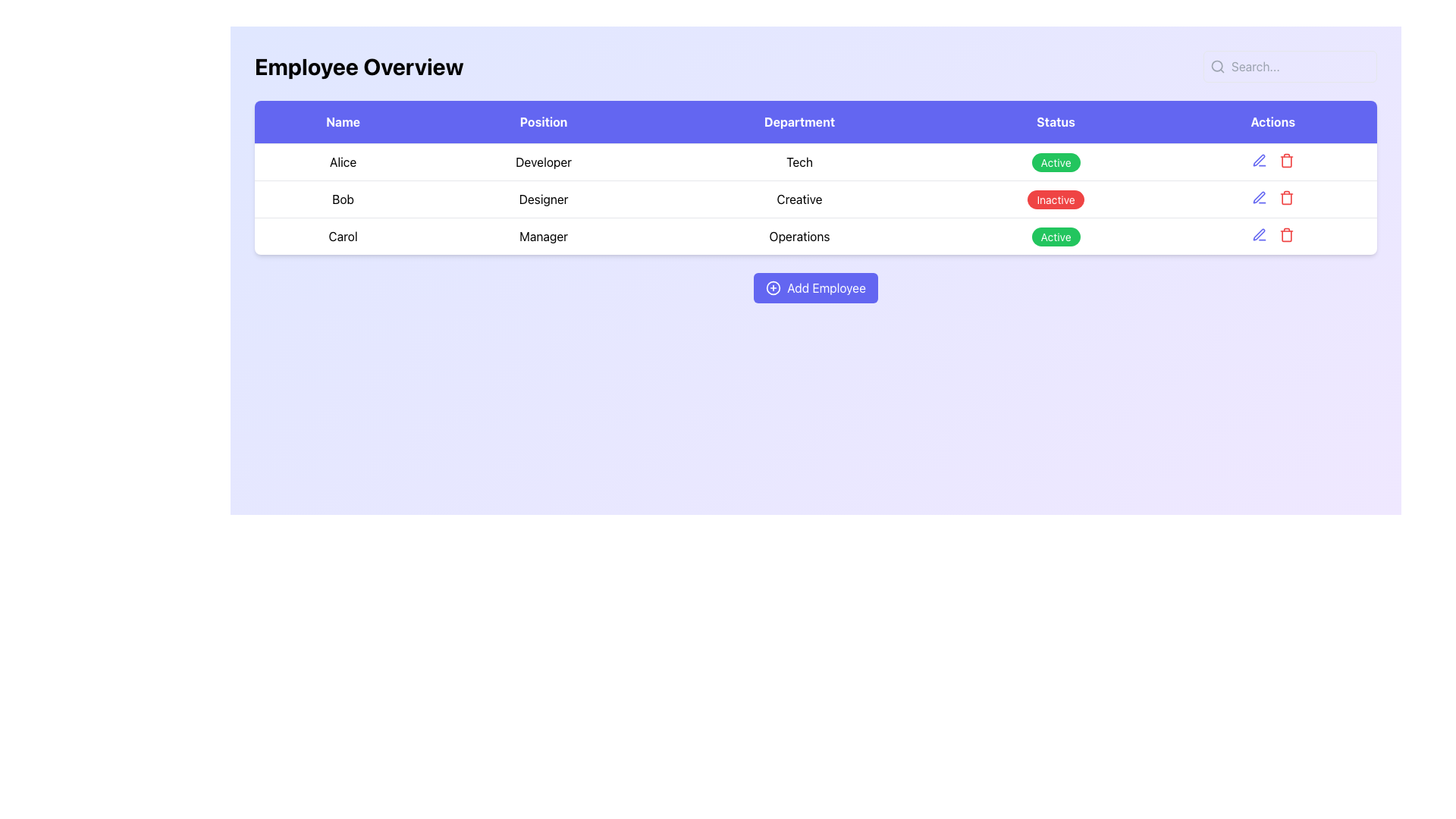  What do you see at coordinates (544, 162) in the screenshot?
I see `the text element displaying 'Developer' located in the second column of the row associated with 'Alice' in the table layout` at bounding box center [544, 162].